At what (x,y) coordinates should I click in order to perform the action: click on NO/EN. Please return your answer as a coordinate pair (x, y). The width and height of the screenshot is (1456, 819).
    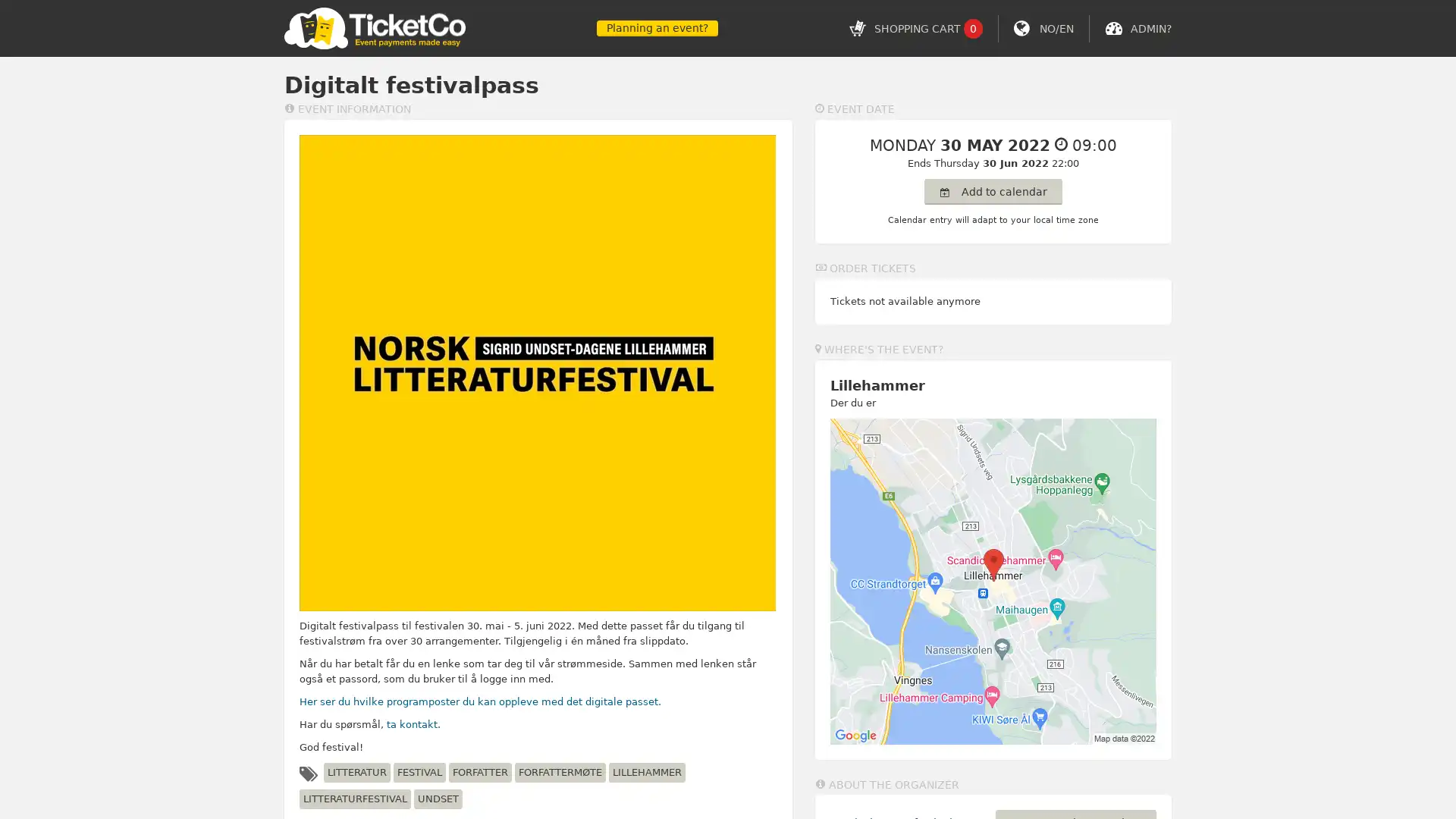
    Looking at the image, I should click on (1056, 28).